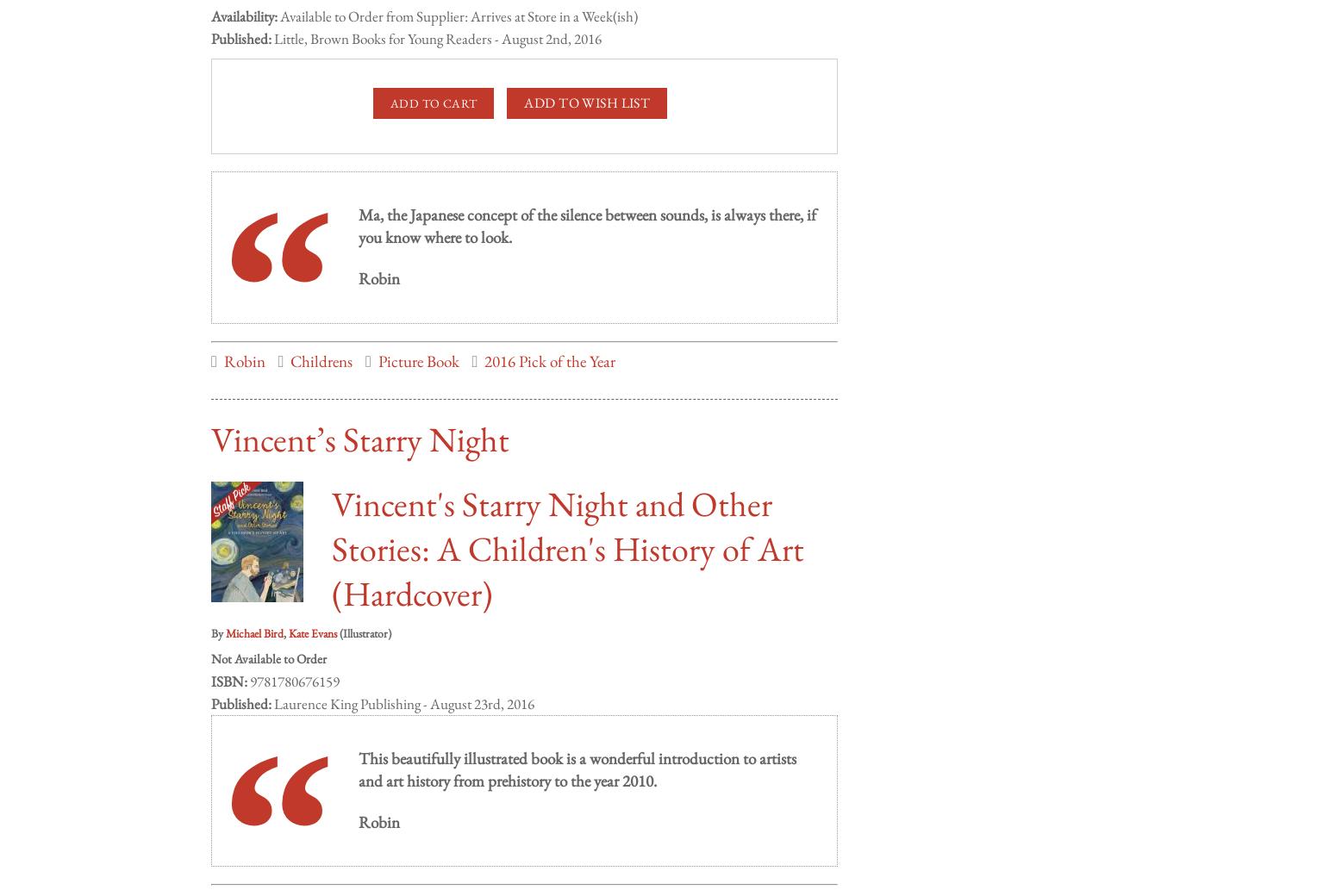  I want to click on 'Not Available to Order', so click(268, 641).